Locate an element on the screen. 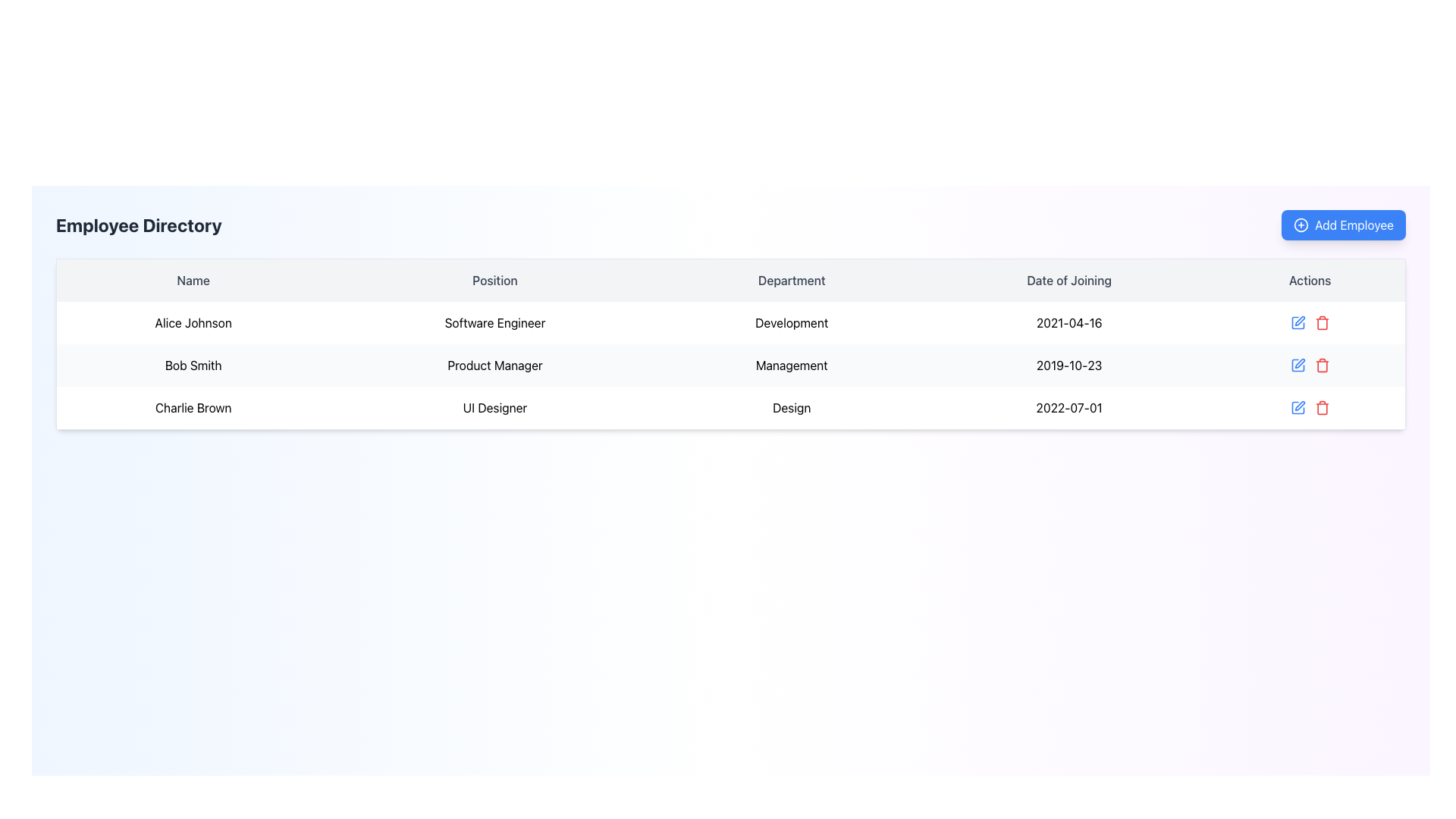 This screenshot has height=819, width=1456. the SVG graphic component resembling a hollow square with rounded edges, located in the bottom row of the 'Actions' column for 'Charlie Brown' is located at coordinates (1297, 406).